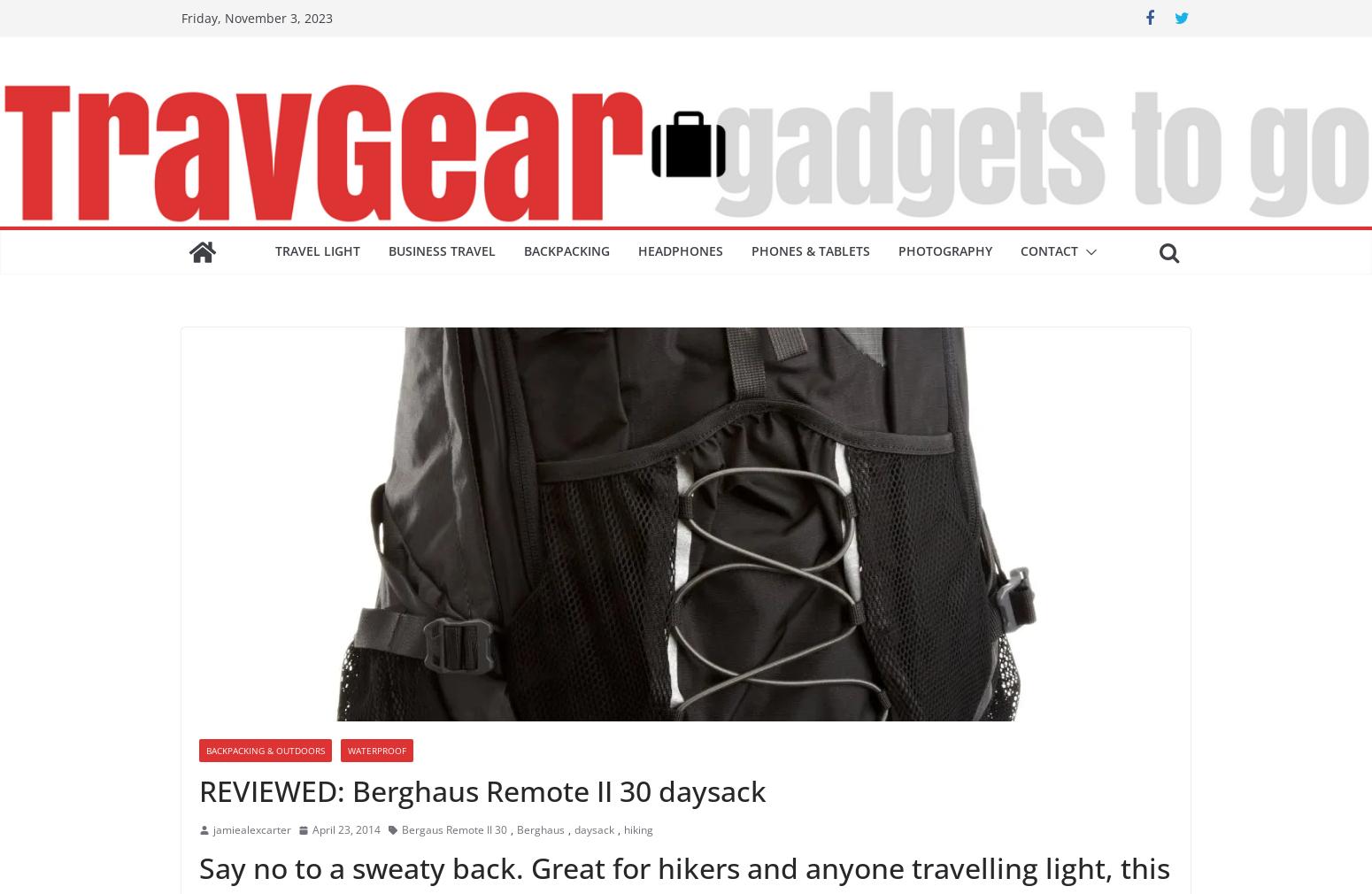 Image resolution: width=1372 pixels, height=894 pixels. Describe the element at coordinates (346, 828) in the screenshot. I see `'April 23, 2014'` at that location.